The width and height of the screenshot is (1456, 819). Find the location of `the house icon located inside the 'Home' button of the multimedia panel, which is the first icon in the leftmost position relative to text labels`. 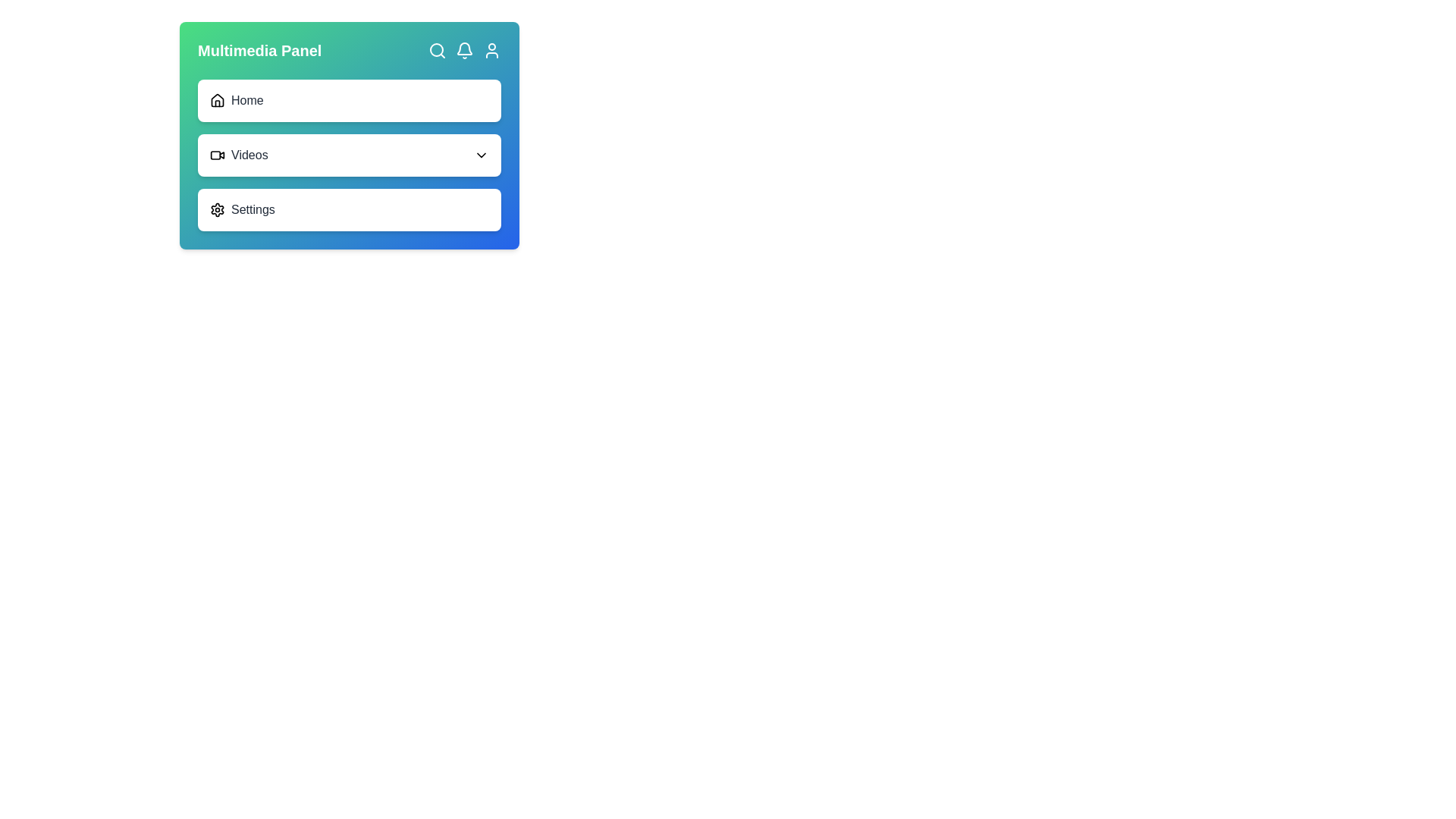

the house icon located inside the 'Home' button of the multimedia panel, which is the first icon in the leftmost position relative to text labels is located at coordinates (217, 99).